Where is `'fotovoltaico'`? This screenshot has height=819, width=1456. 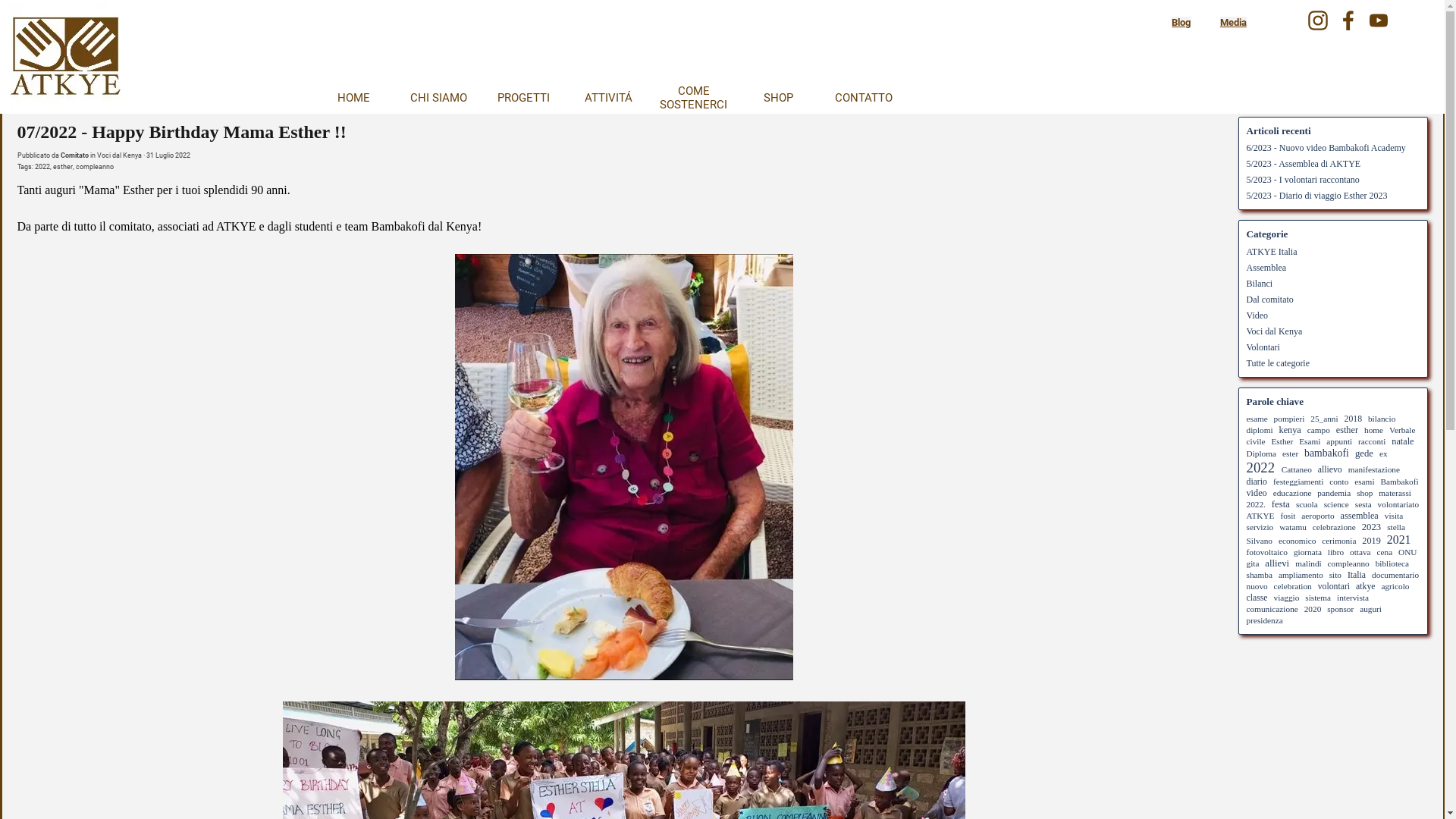
'fotovoltaico' is located at coordinates (1246, 552).